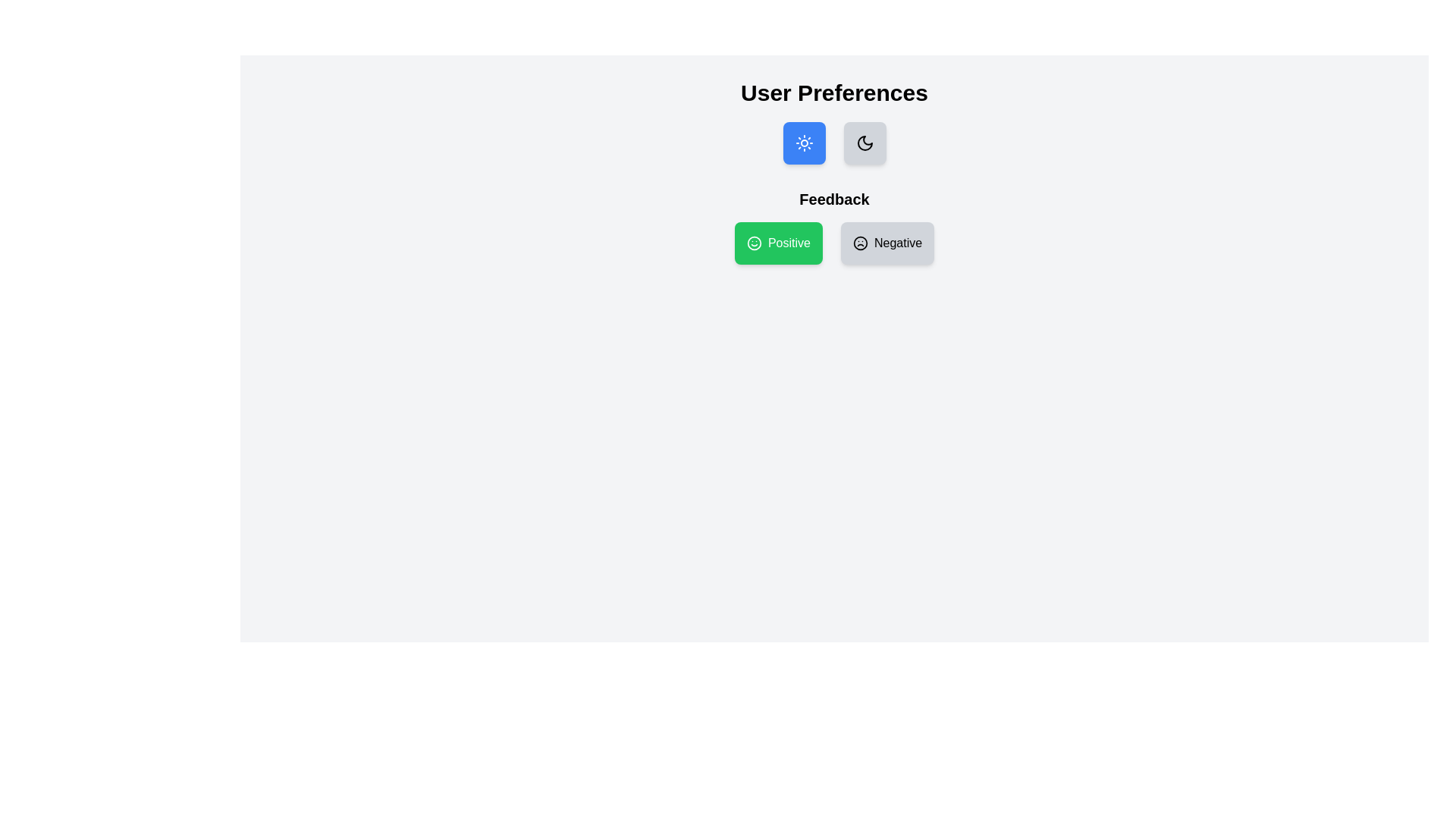 The height and width of the screenshot is (819, 1456). What do you see at coordinates (833, 198) in the screenshot?
I see `the text label displaying 'Feedback', which is positioned directly below the 'User Preferences' heading and above the 'Positive' and 'Negative' buttons` at bounding box center [833, 198].